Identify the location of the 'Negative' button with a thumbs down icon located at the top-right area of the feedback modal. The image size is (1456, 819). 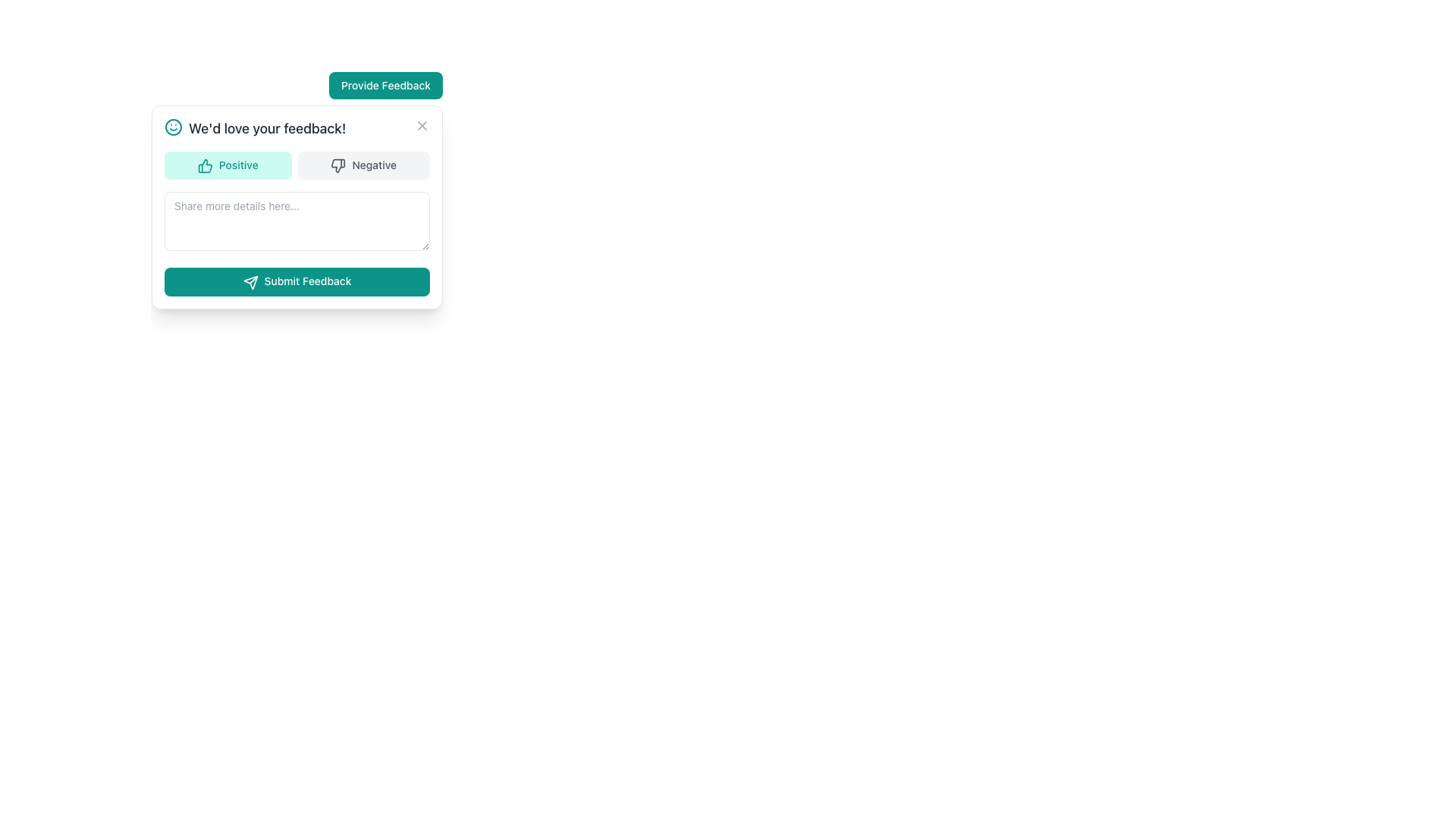
(362, 165).